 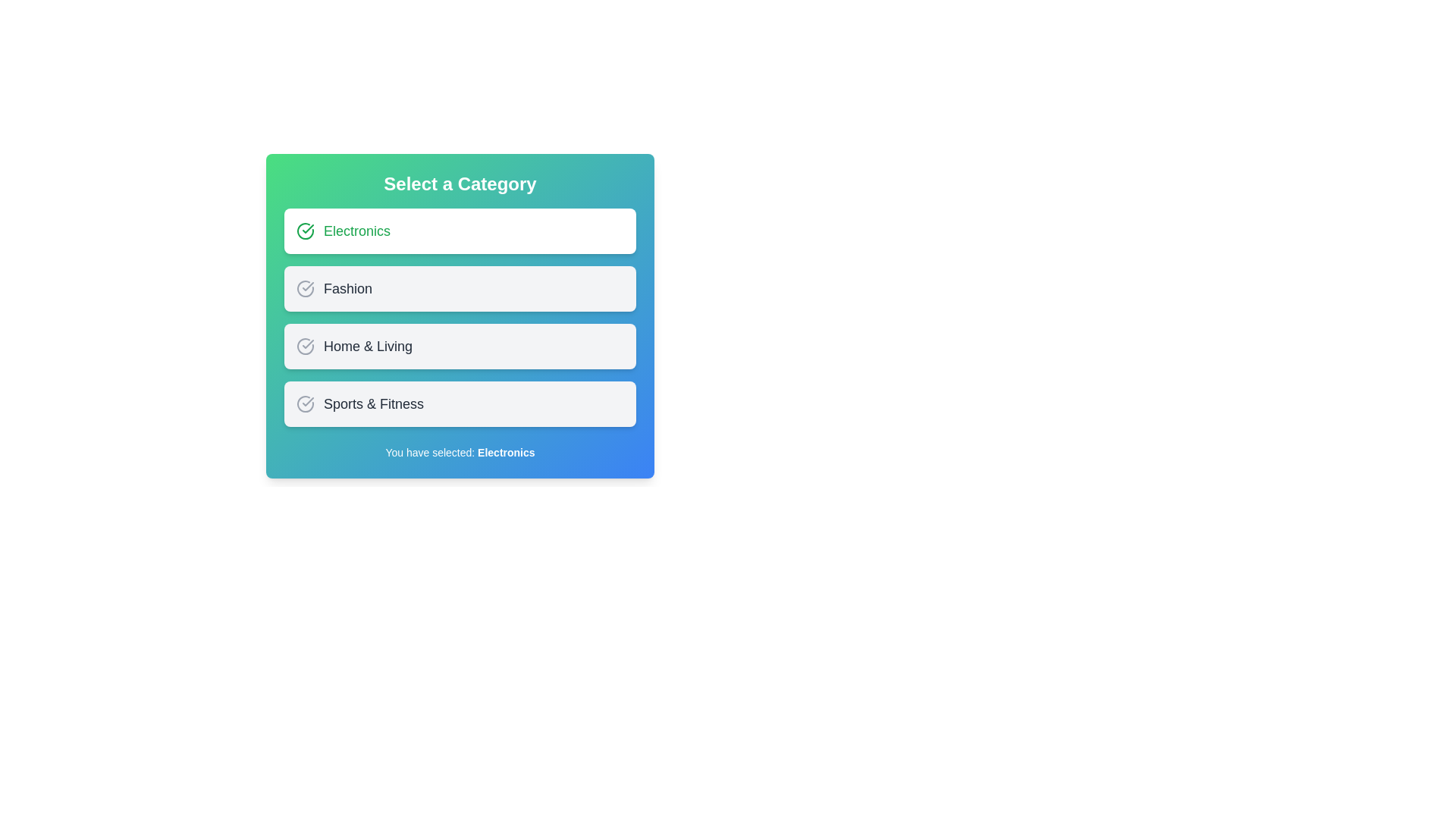 What do you see at coordinates (459, 346) in the screenshot?
I see `the 'Home & Living' button, which is a horizontally-aligned rectangular box with a light-gray background, located below the 'Fashion' option and above the 'Sports & Fitness' option in the menu` at bounding box center [459, 346].